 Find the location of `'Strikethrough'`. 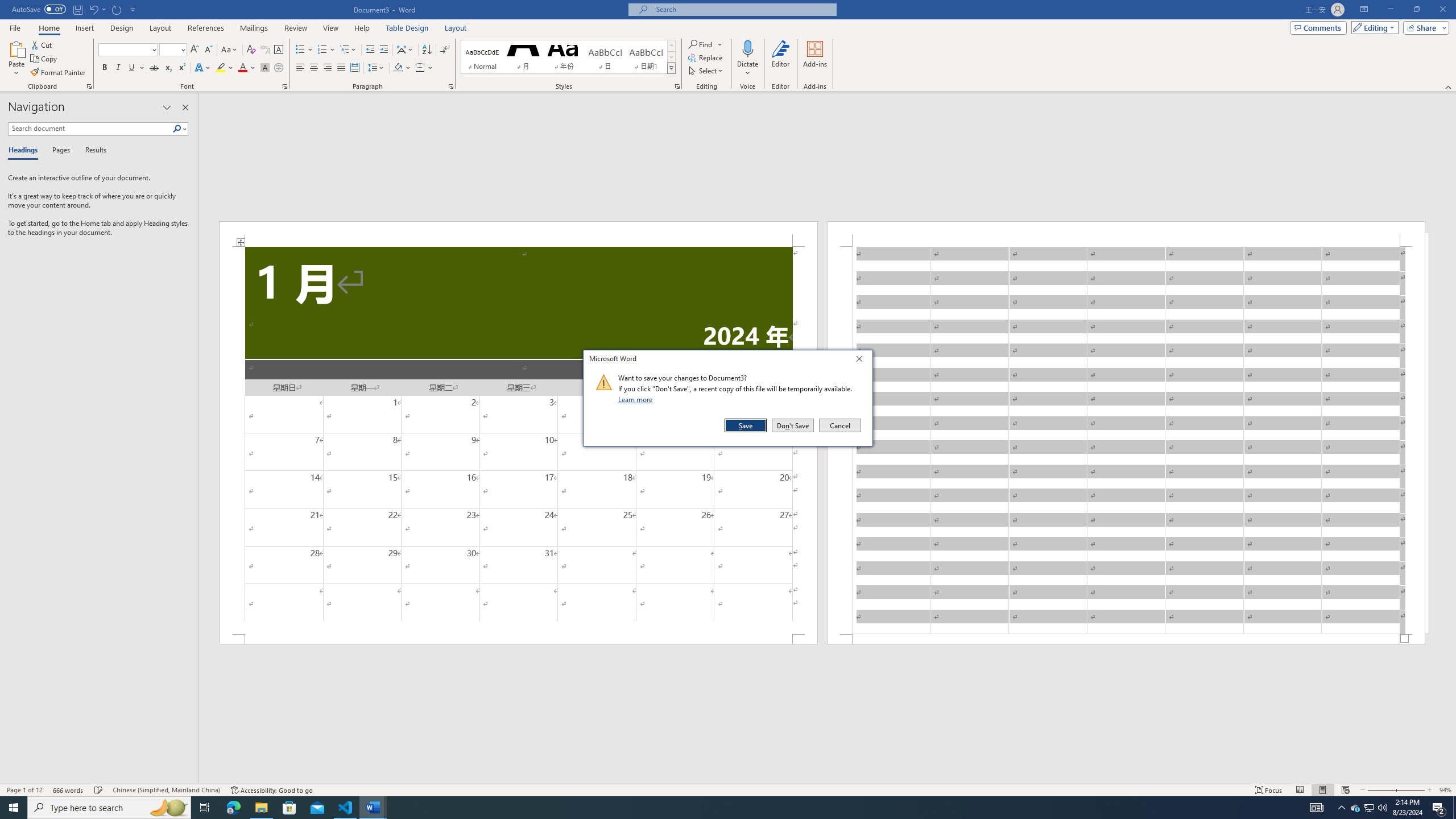

'Strikethrough' is located at coordinates (154, 67).